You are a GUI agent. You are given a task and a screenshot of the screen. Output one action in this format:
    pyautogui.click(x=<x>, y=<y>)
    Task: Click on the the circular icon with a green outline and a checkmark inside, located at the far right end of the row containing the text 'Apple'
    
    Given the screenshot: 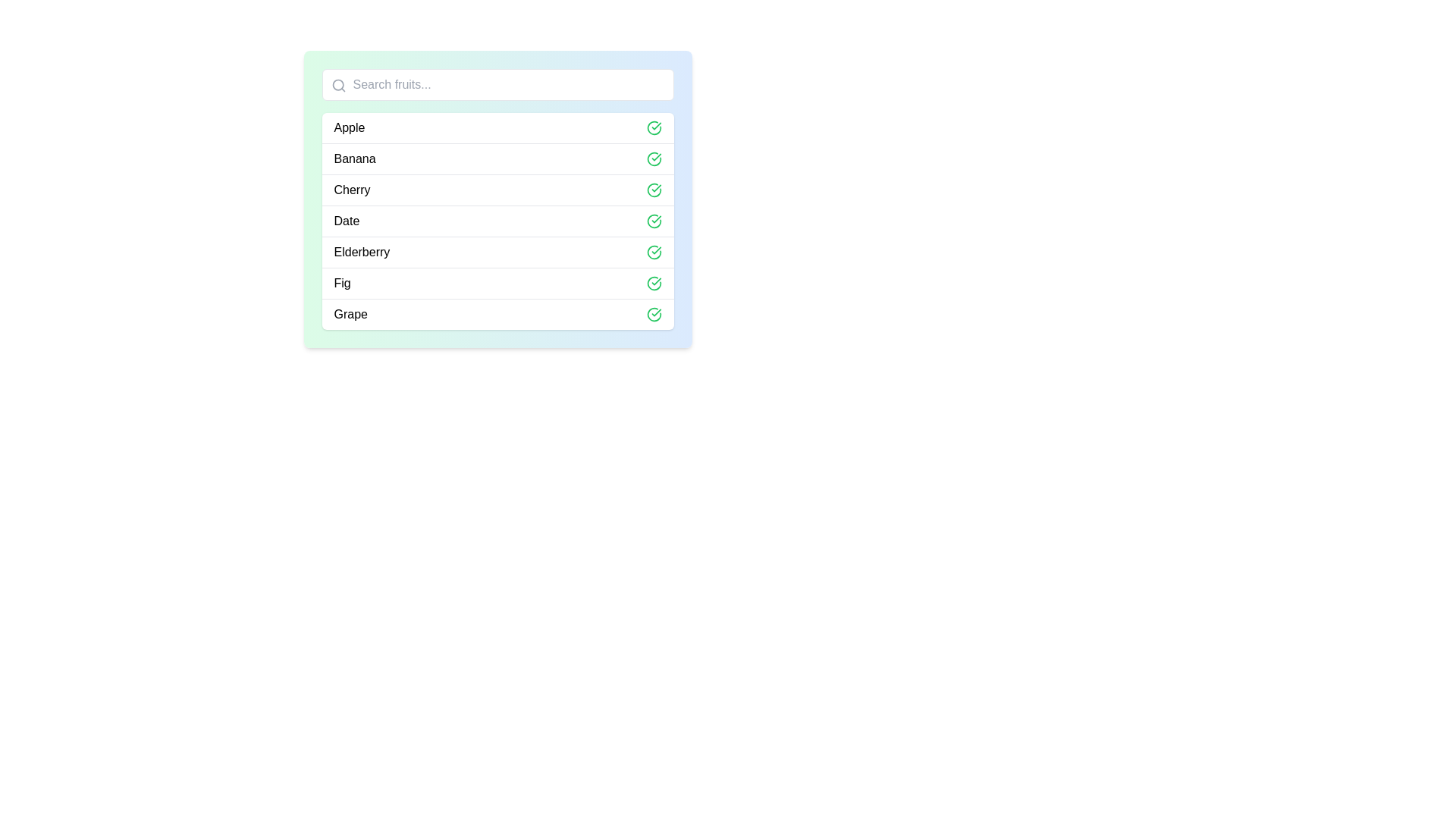 What is the action you would take?
    pyautogui.click(x=654, y=127)
    